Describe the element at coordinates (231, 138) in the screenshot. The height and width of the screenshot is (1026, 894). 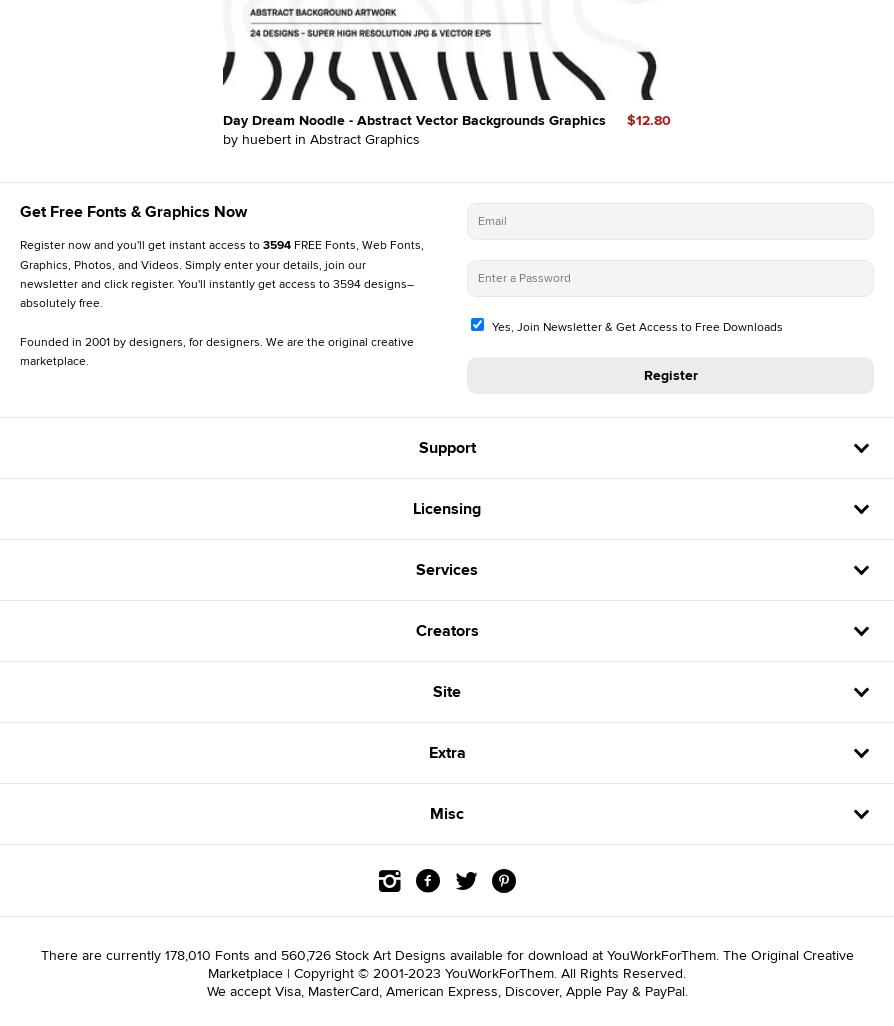
I see `'by'` at that location.